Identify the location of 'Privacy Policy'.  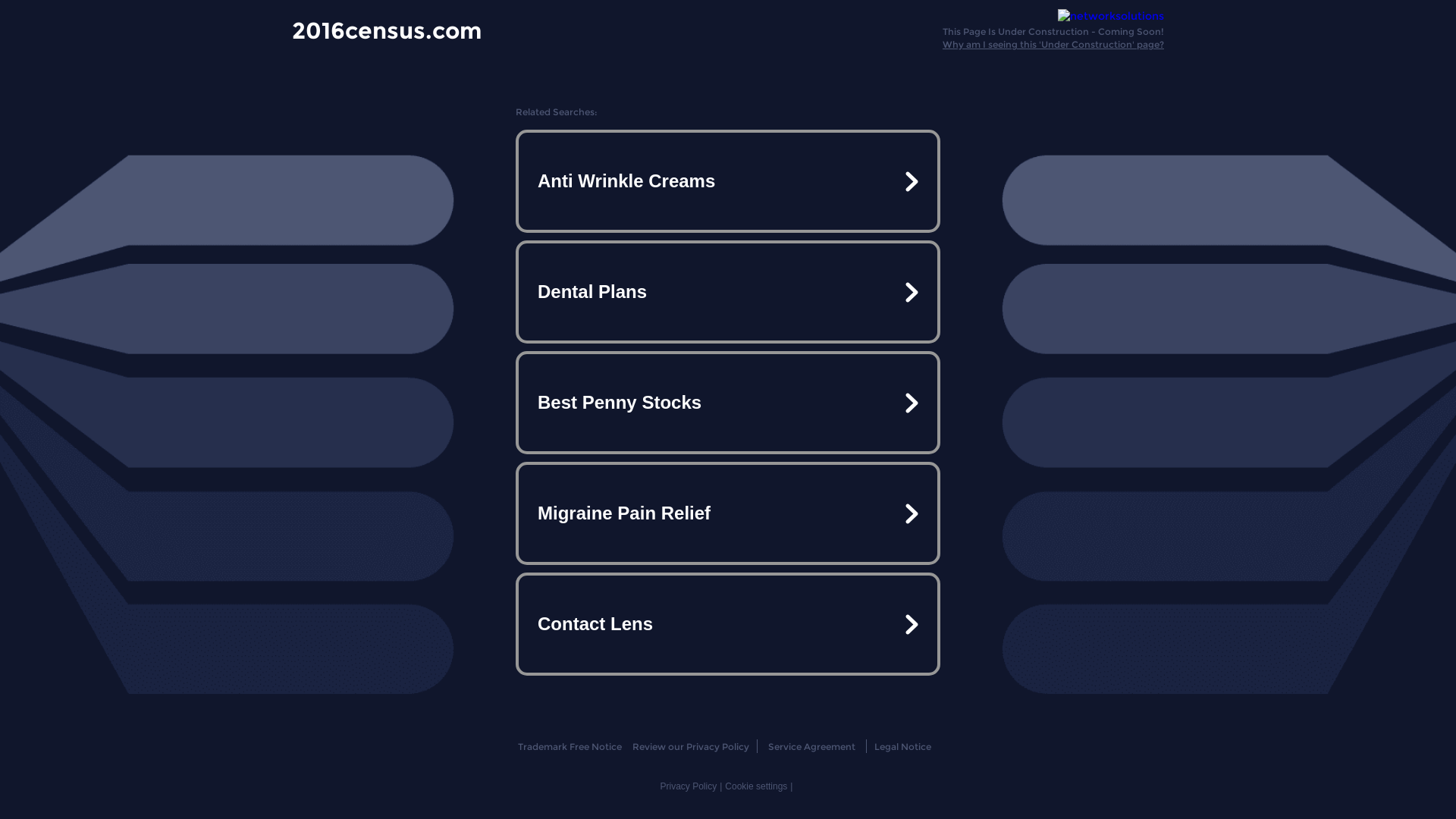
(687, 786).